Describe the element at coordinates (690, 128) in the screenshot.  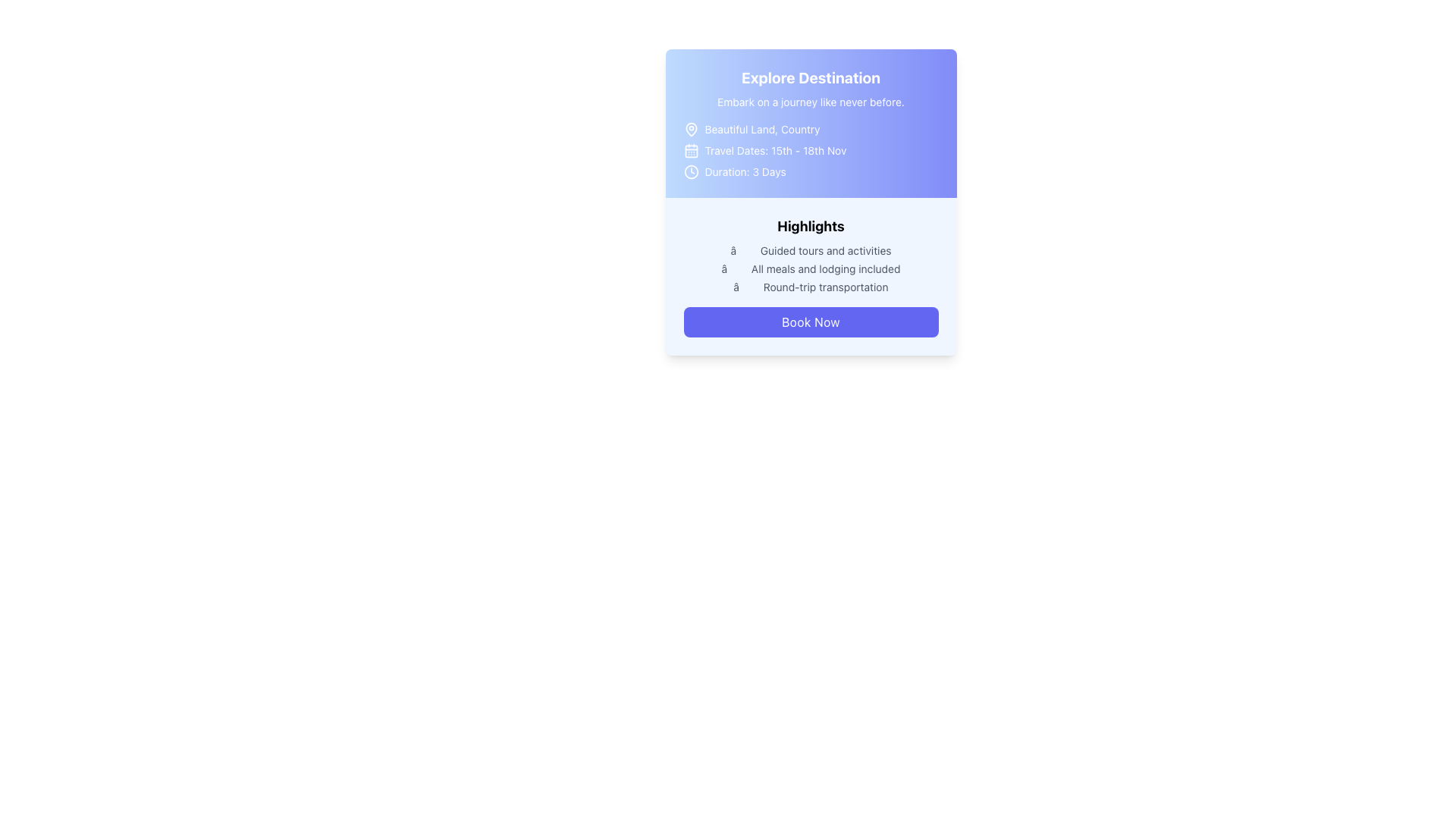
I see `the hollow pin icon located near the top left of the 'Explore Destination' information box, directly to the left of 'Beautiful Land, Country'` at that location.